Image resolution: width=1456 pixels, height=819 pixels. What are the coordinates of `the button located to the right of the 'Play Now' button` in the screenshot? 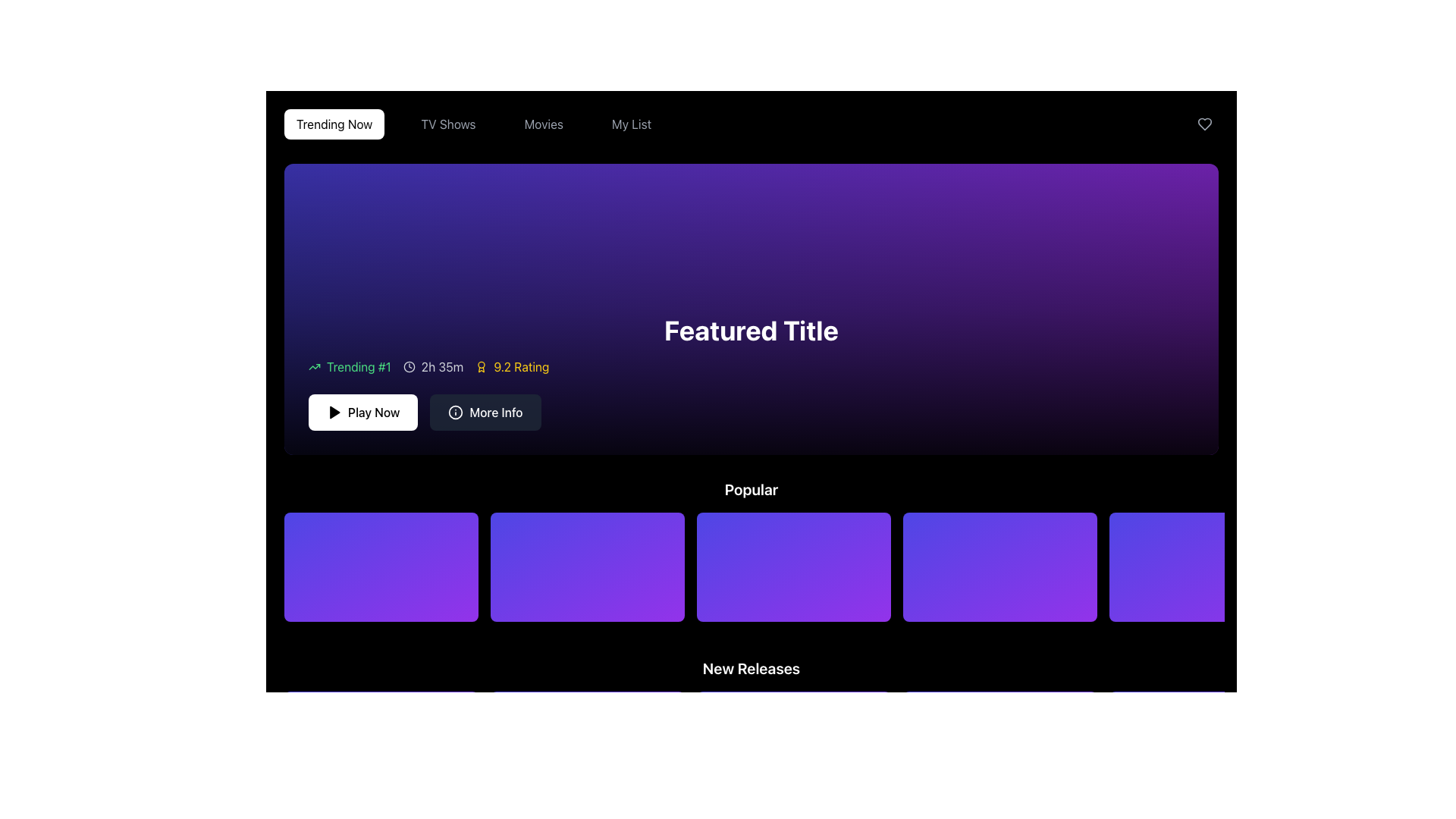 It's located at (485, 412).